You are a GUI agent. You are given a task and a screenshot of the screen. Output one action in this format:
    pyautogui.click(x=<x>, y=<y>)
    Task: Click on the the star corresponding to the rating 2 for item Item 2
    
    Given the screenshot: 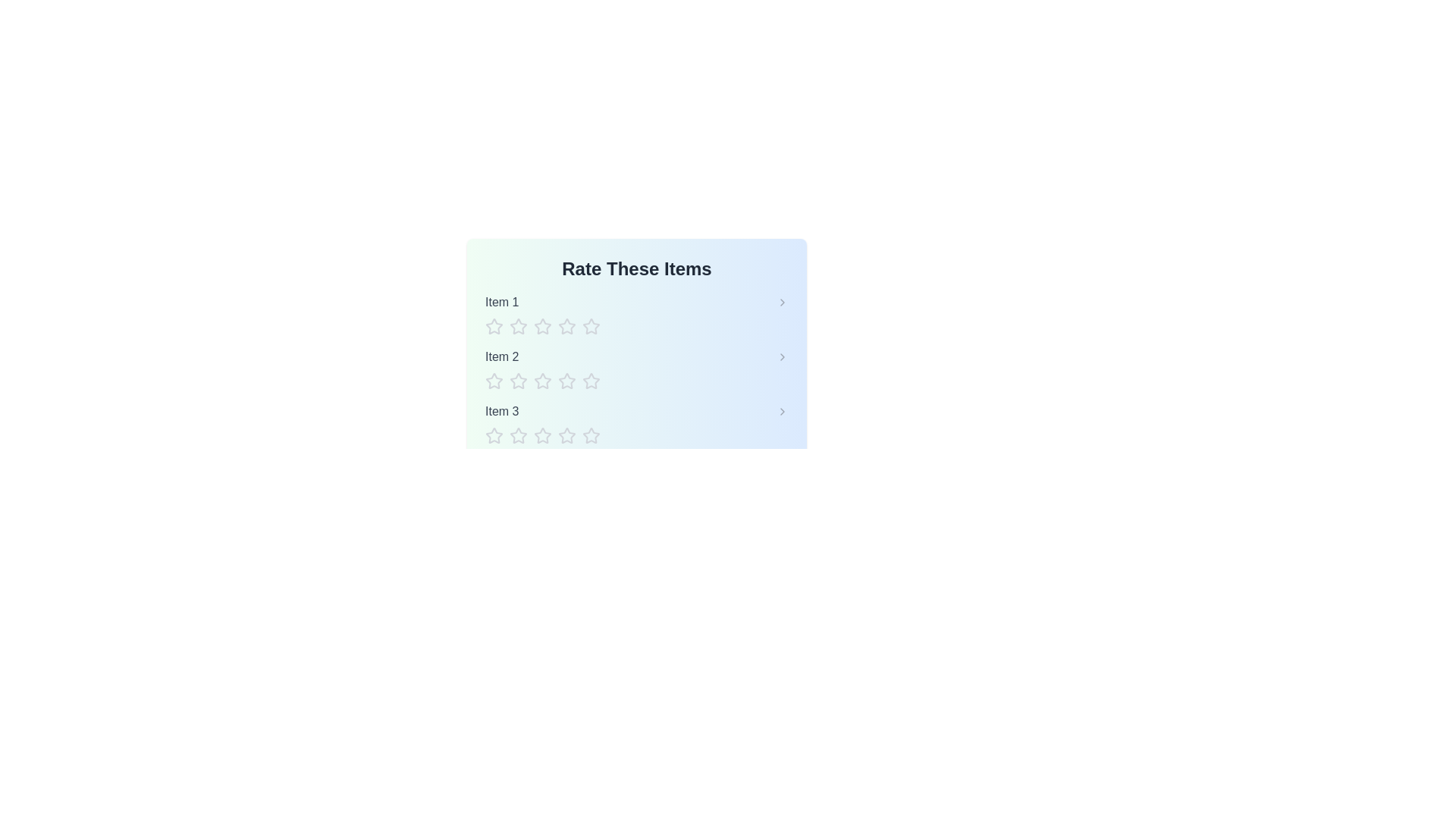 What is the action you would take?
    pyautogui.click(x=519, y=380)
    